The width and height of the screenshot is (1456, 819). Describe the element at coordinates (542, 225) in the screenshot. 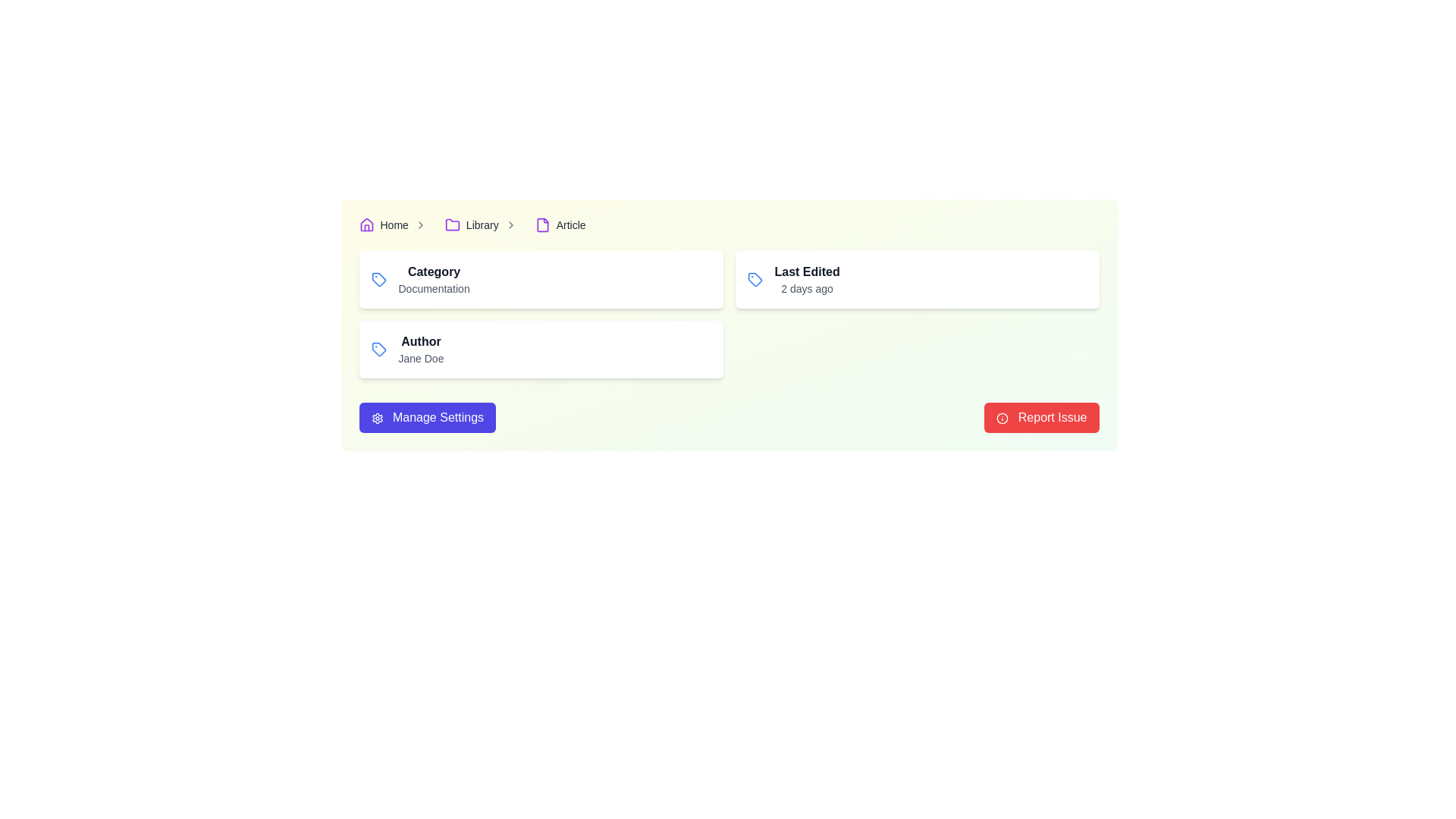

I see `the decorative folder-like icon representing the 'Article' section in the breadcrumb navigation at the top-center of the interface` at that location.